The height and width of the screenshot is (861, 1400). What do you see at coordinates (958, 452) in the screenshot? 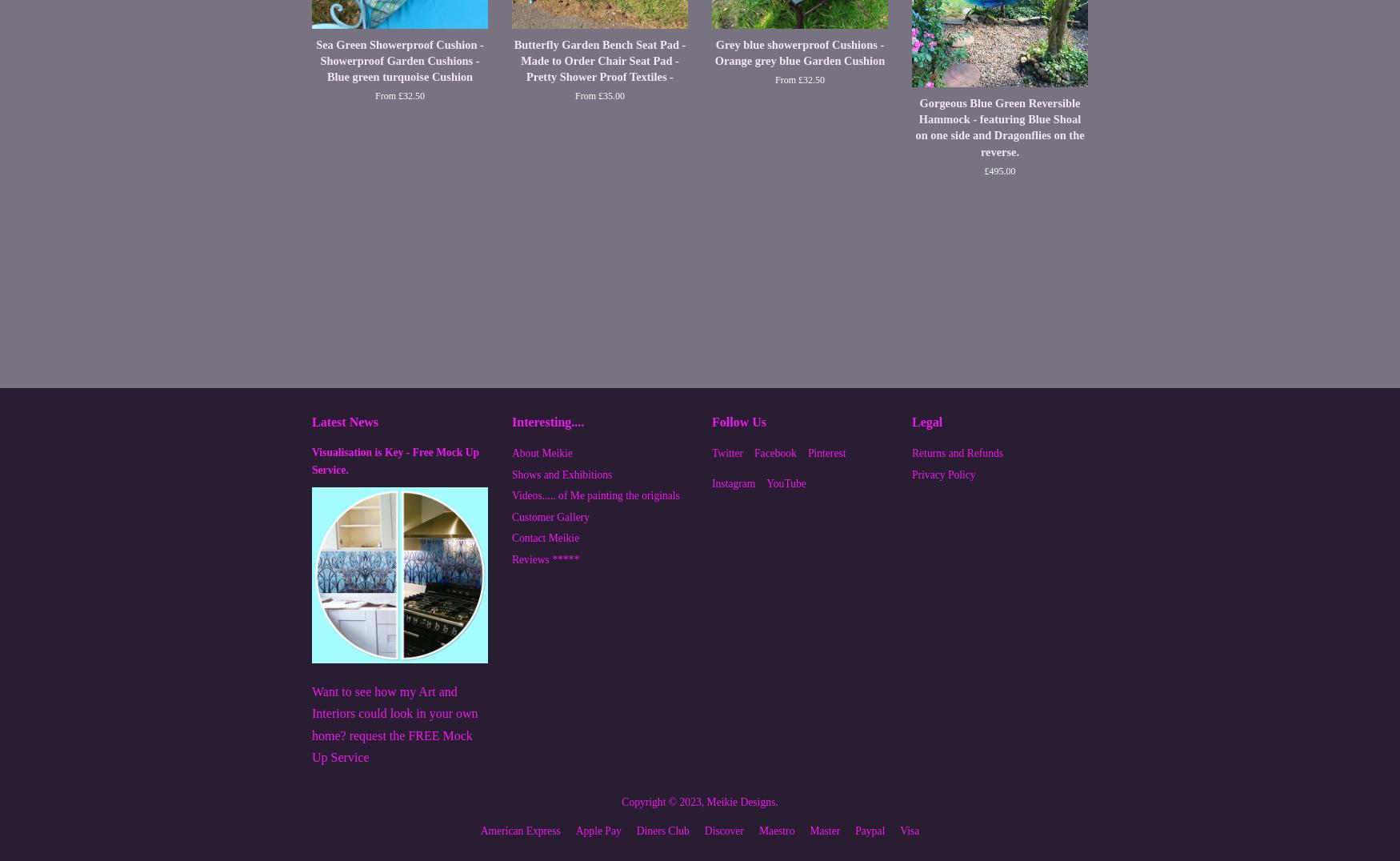
I see `'Returns and Refunds'` at bounding box center [958, 452].